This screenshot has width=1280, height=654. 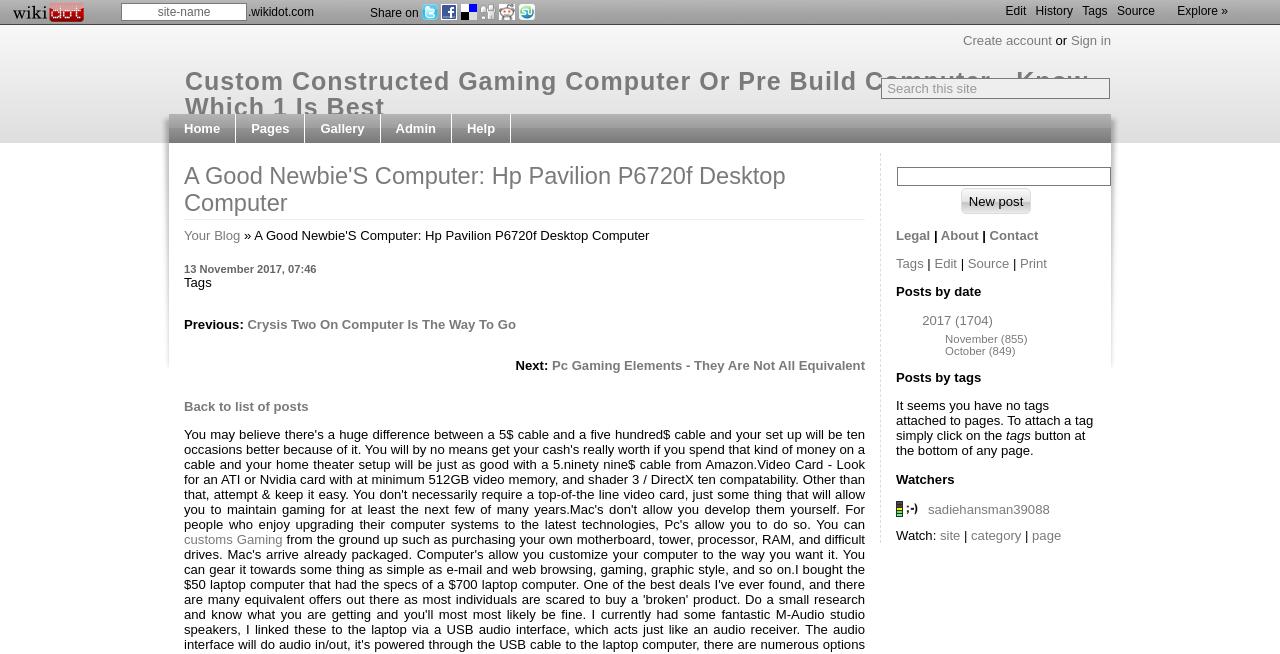 What do you see at coordinates (211, 235) in the screenshot?
I see `'Your Blog'` at bounding box center [211, 235].